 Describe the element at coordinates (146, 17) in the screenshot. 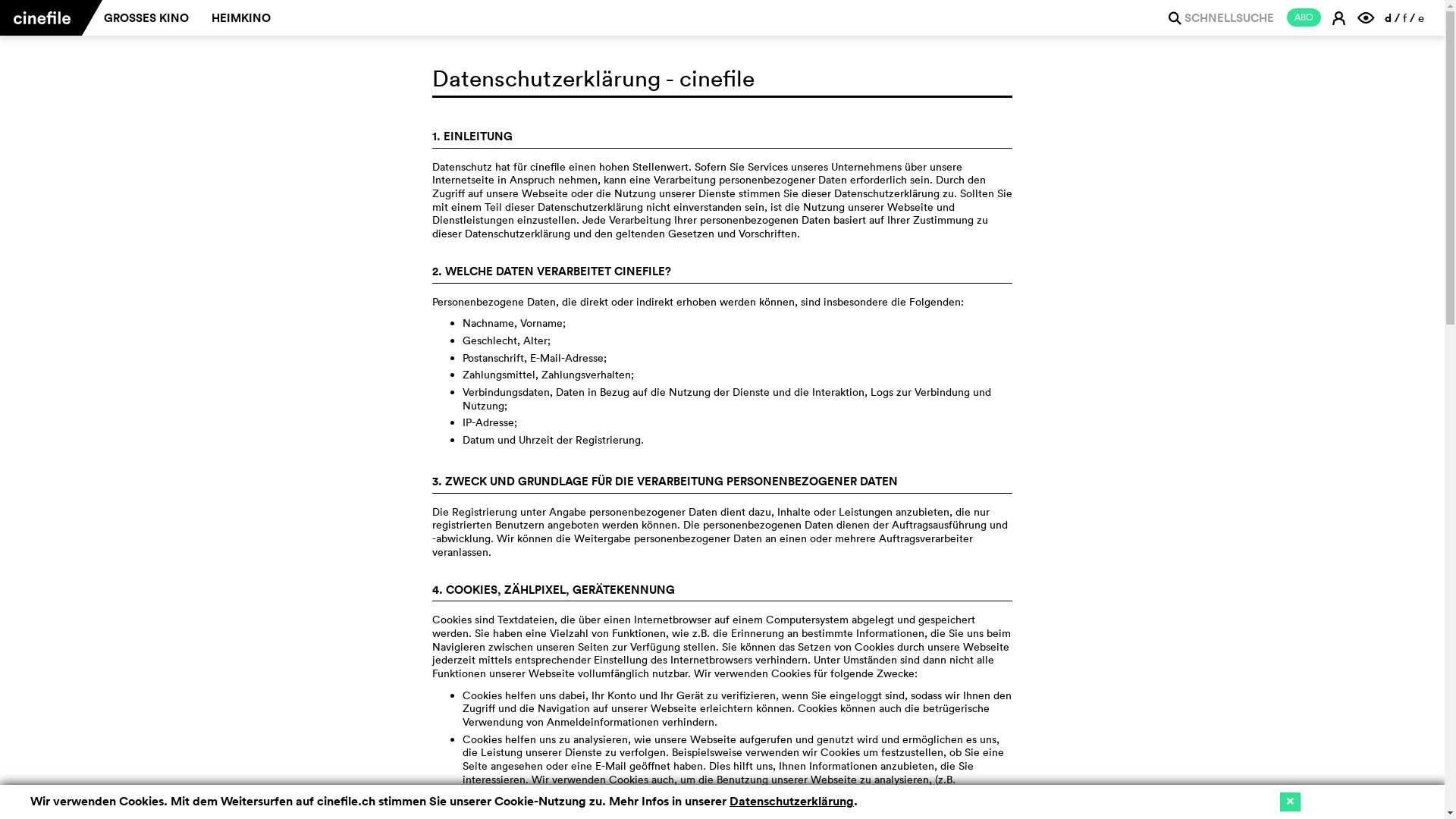

I see `'GROSSES KINO'` at that location.